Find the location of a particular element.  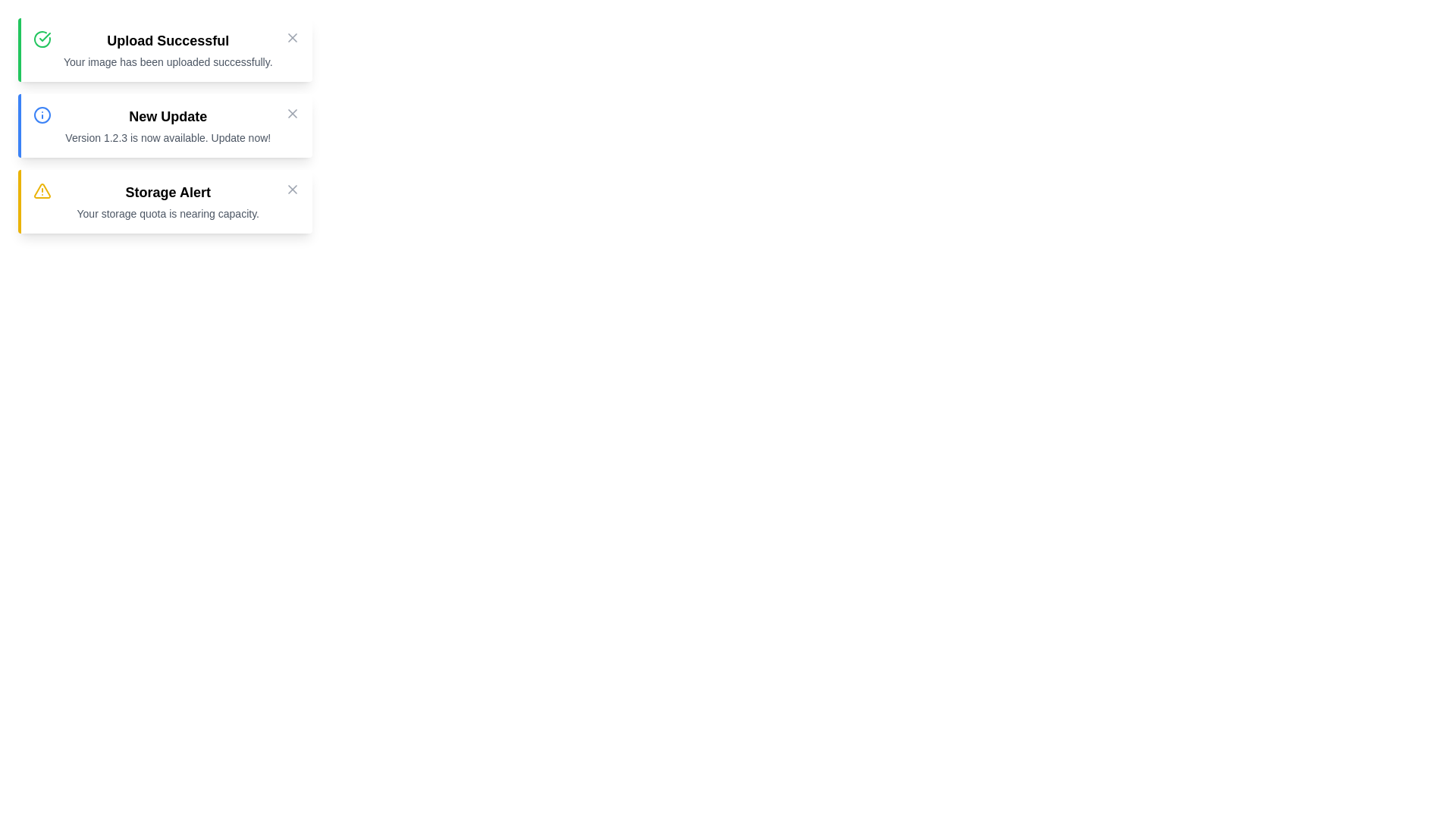

the notification titled 'Upload Successful' to observe the hover effect is located at coordinates (165, 49).